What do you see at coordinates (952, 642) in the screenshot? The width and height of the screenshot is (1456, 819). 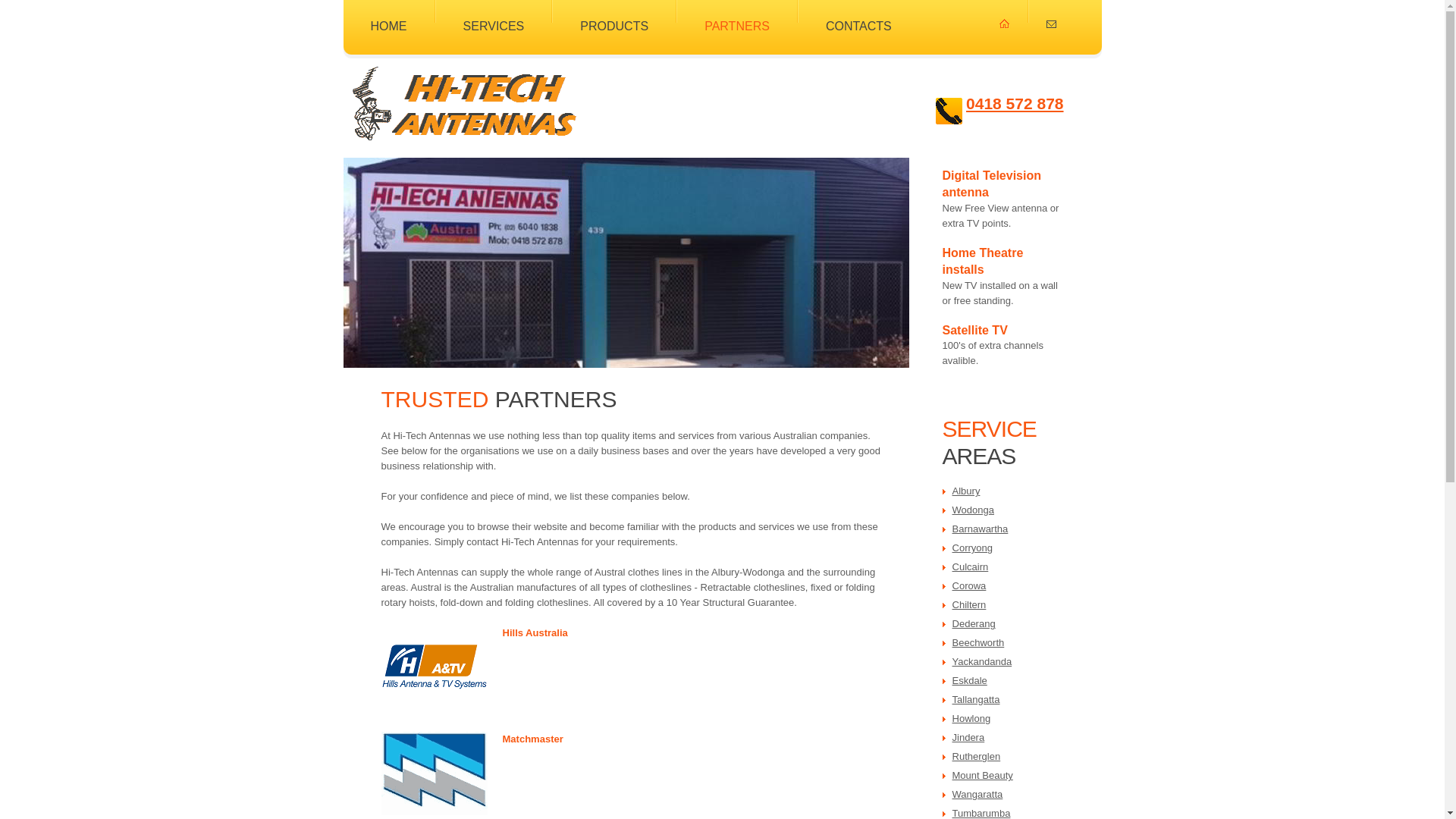 I see `'Beechworth'` at bounding box center [952, 642].